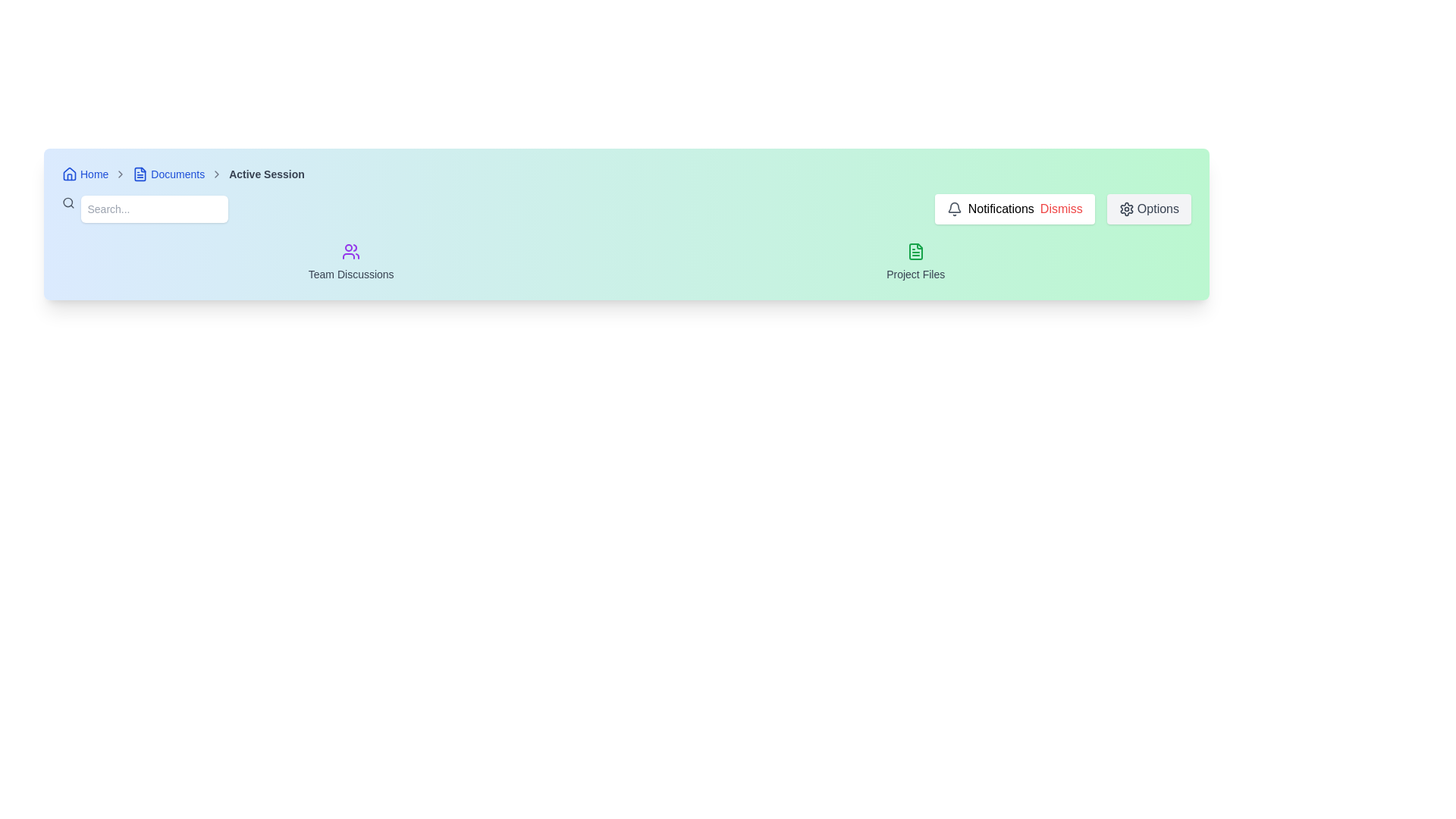 This screenshot has height=819, width=1456. I want to click on the green document icon located above the 'Project Files' text, so click(915, 250).